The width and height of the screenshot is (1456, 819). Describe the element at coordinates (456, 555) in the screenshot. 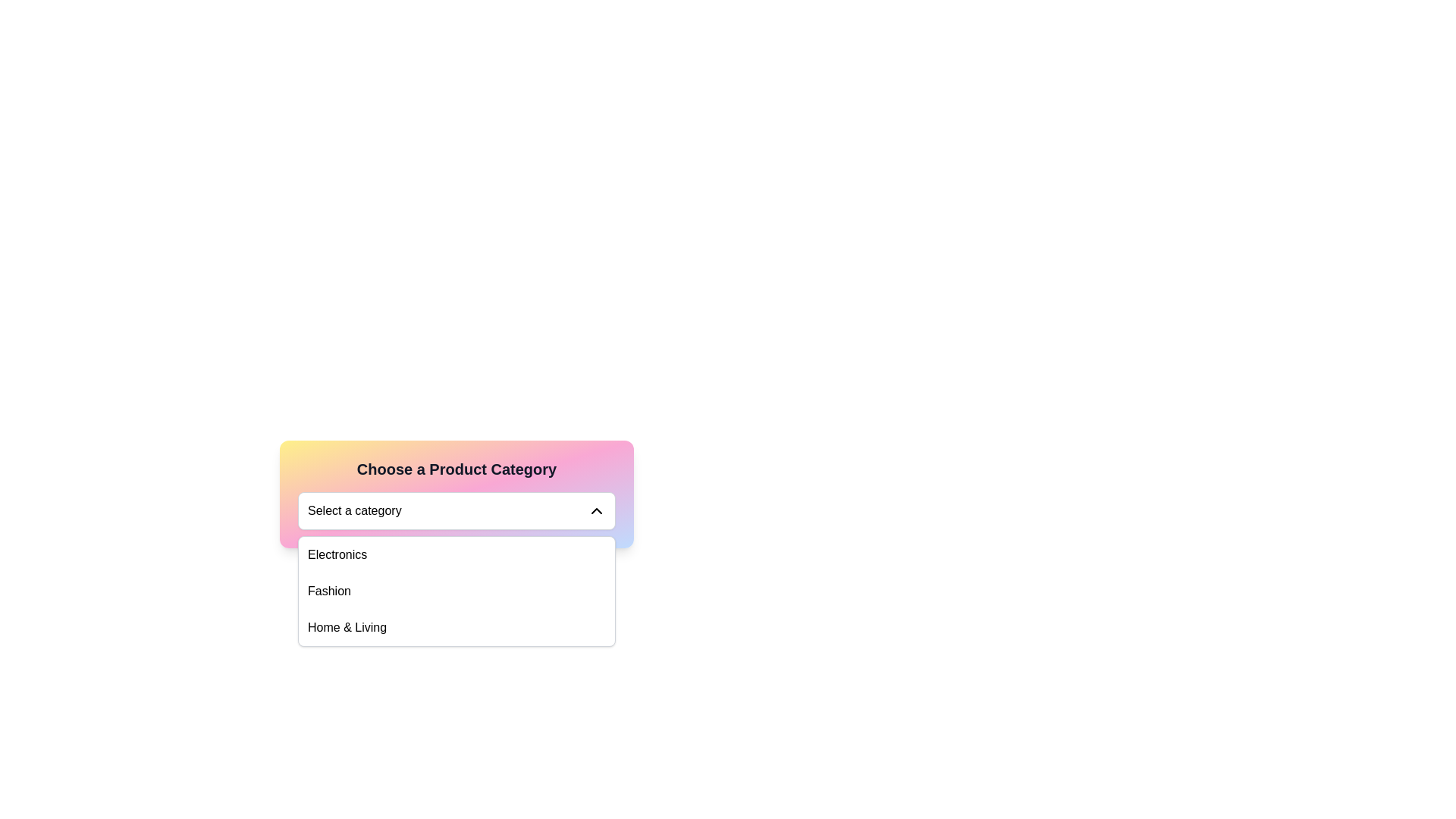

I see `the 'Electronics' dropdown menu item, which is the first entry in the dropdown menu below the 'Select a category' field` at that location.